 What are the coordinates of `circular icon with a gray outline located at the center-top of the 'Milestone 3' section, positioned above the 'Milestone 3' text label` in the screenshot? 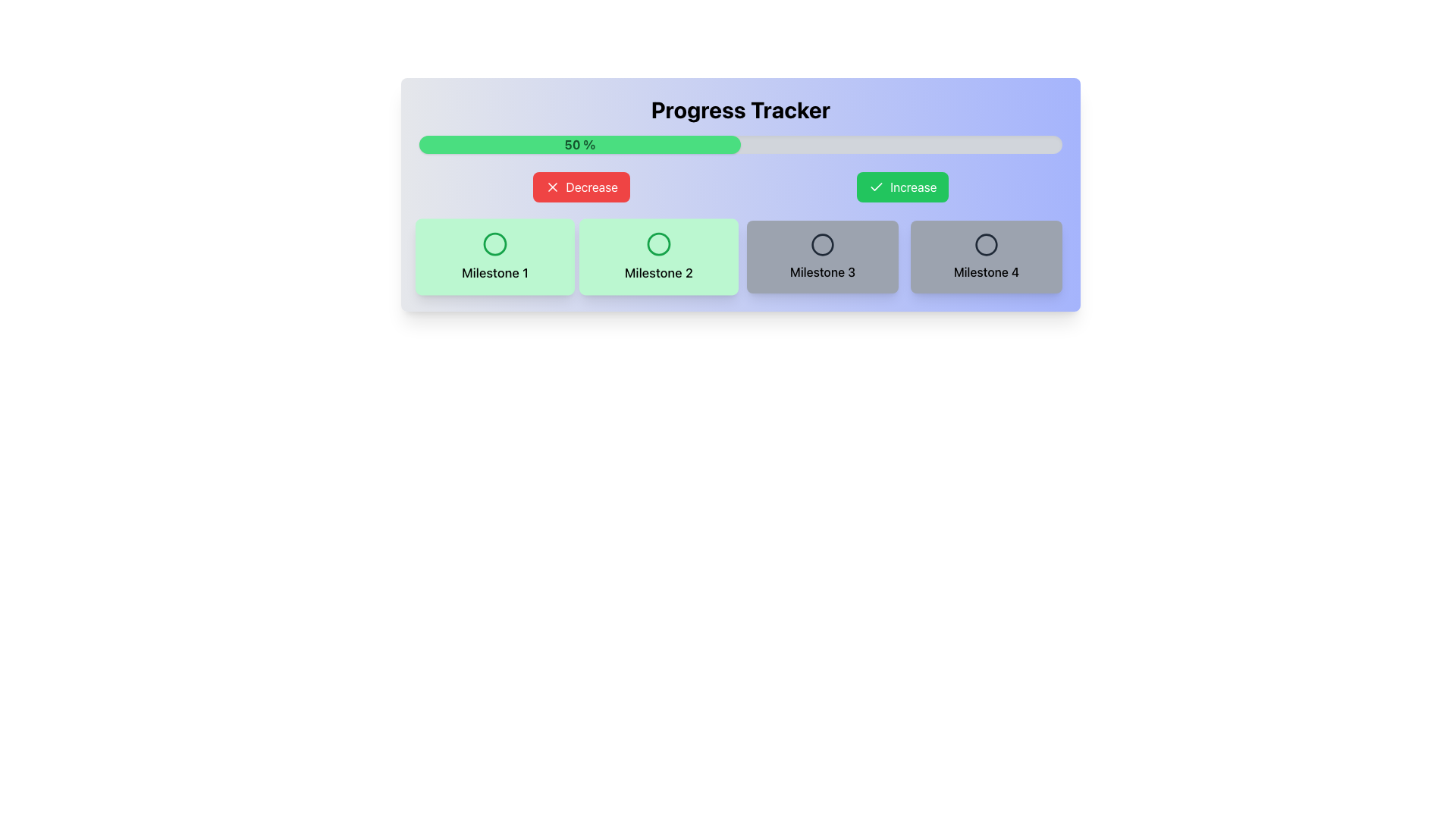 It's located at (821, 244).